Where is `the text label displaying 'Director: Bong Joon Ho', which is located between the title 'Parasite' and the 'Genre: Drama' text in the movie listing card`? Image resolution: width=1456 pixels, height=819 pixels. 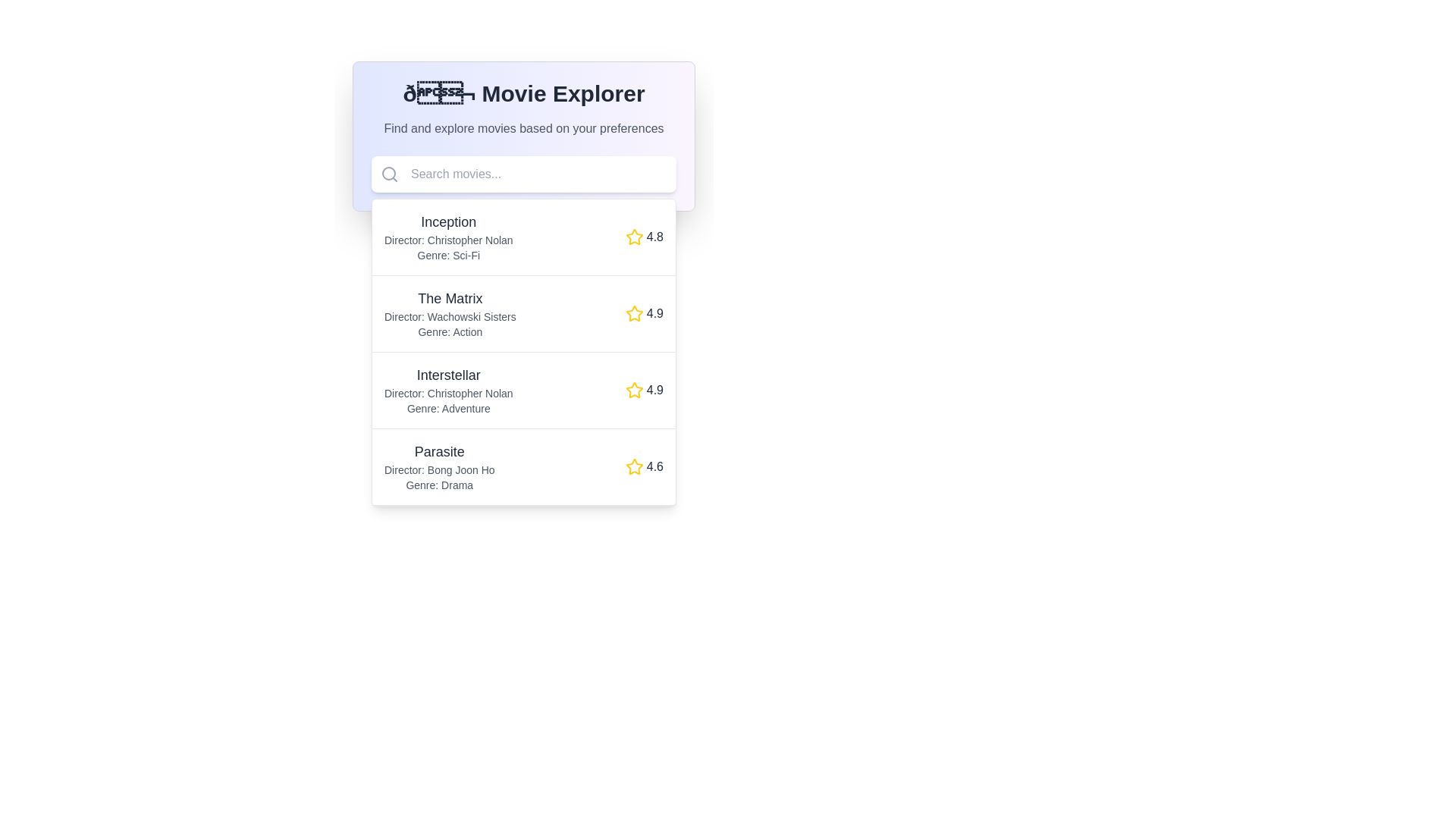
the text label displaying 'Director: Bong Joon Ho', which is located between the title 'Parasite' and the 'Genre: Drama' text in the movie listing card is located at coordinates (438, 469).